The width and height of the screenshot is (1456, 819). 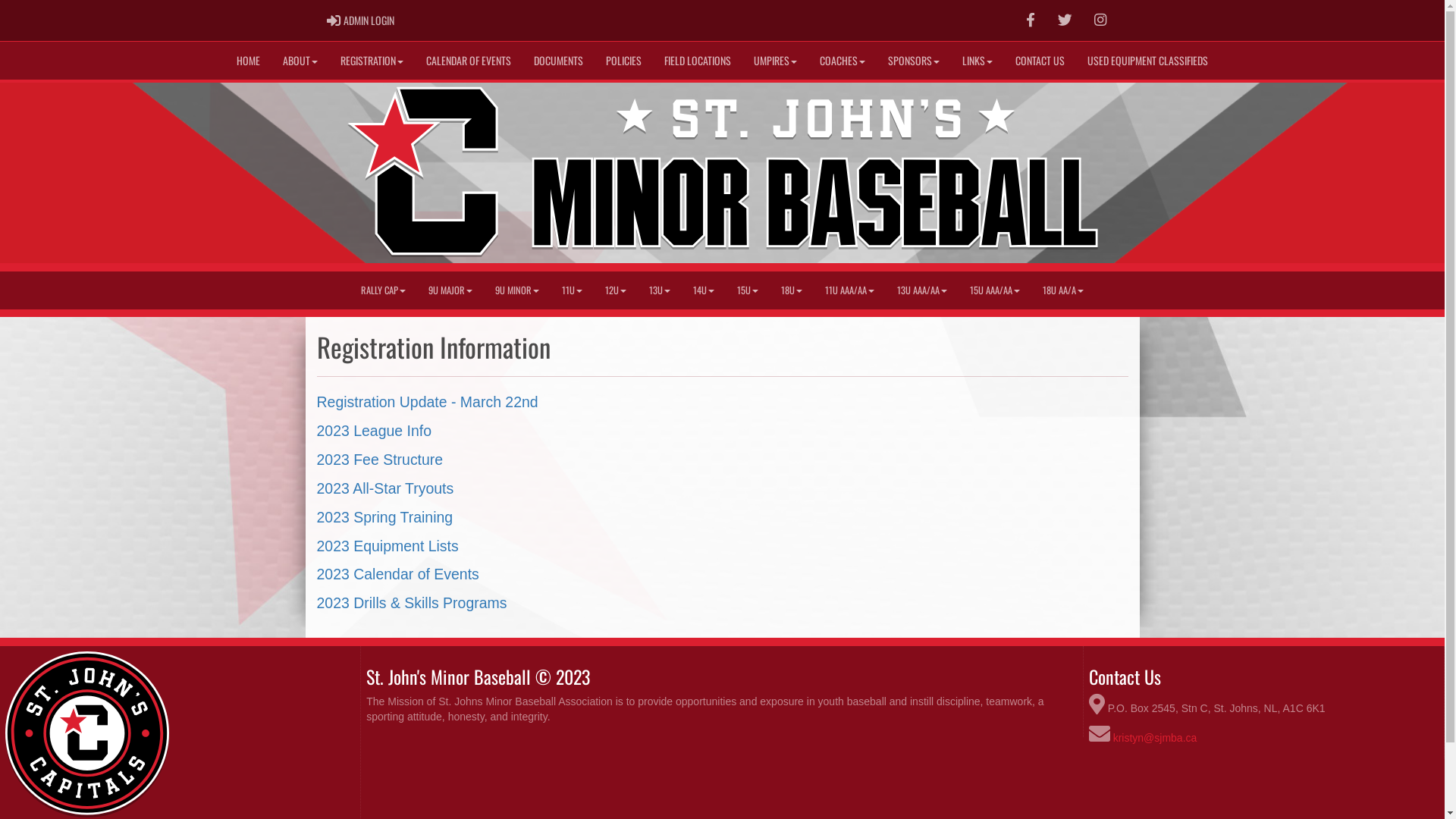 I want to click on '9U MINOR', so click(x=516, y=290).